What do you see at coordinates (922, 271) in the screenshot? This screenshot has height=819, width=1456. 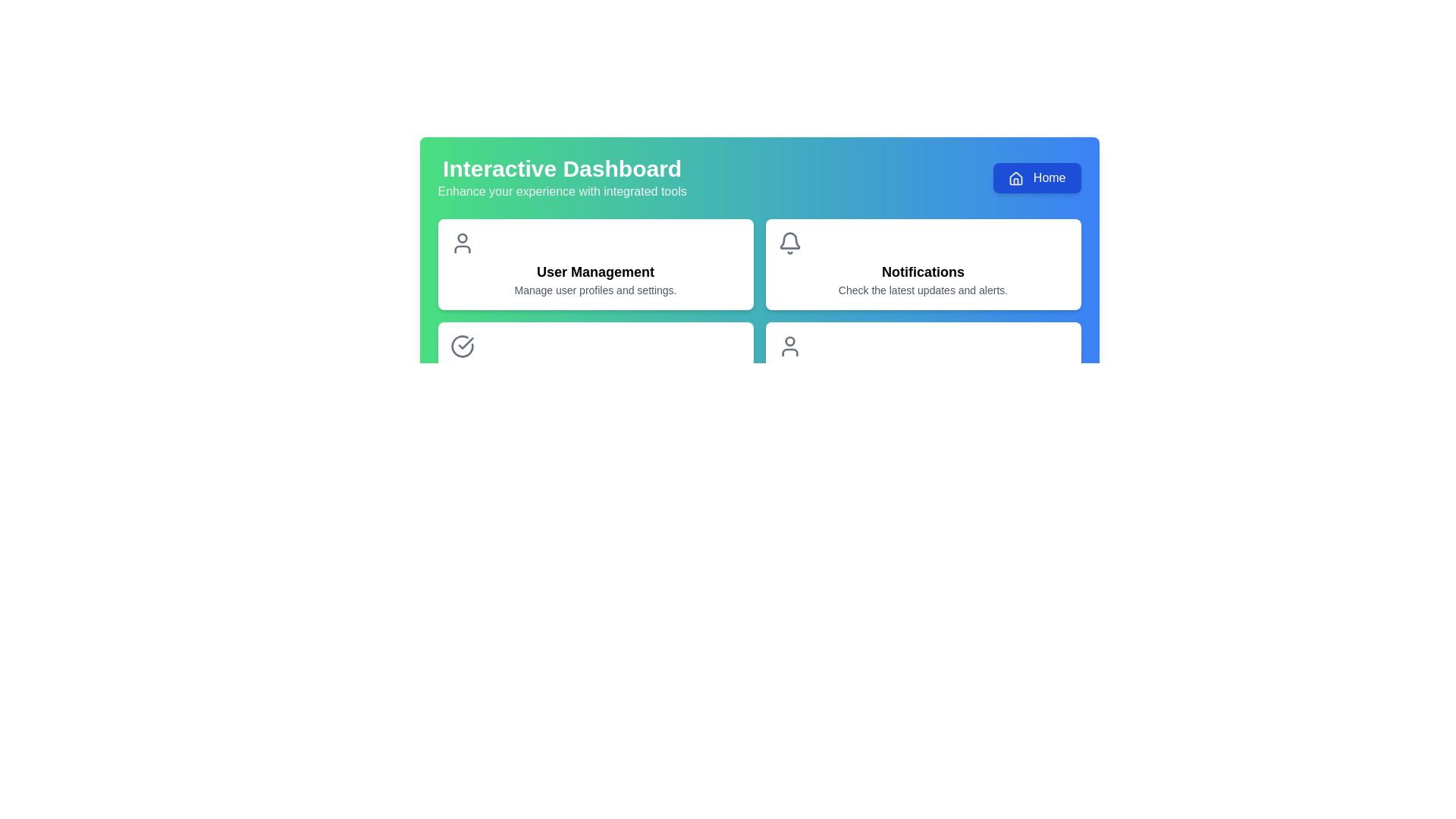 I see `text label displaying 'Notifications' which is bold and positioned between the bell icon and the description text in the top-right quadrant of the interface` at bounding box center [922, 271].